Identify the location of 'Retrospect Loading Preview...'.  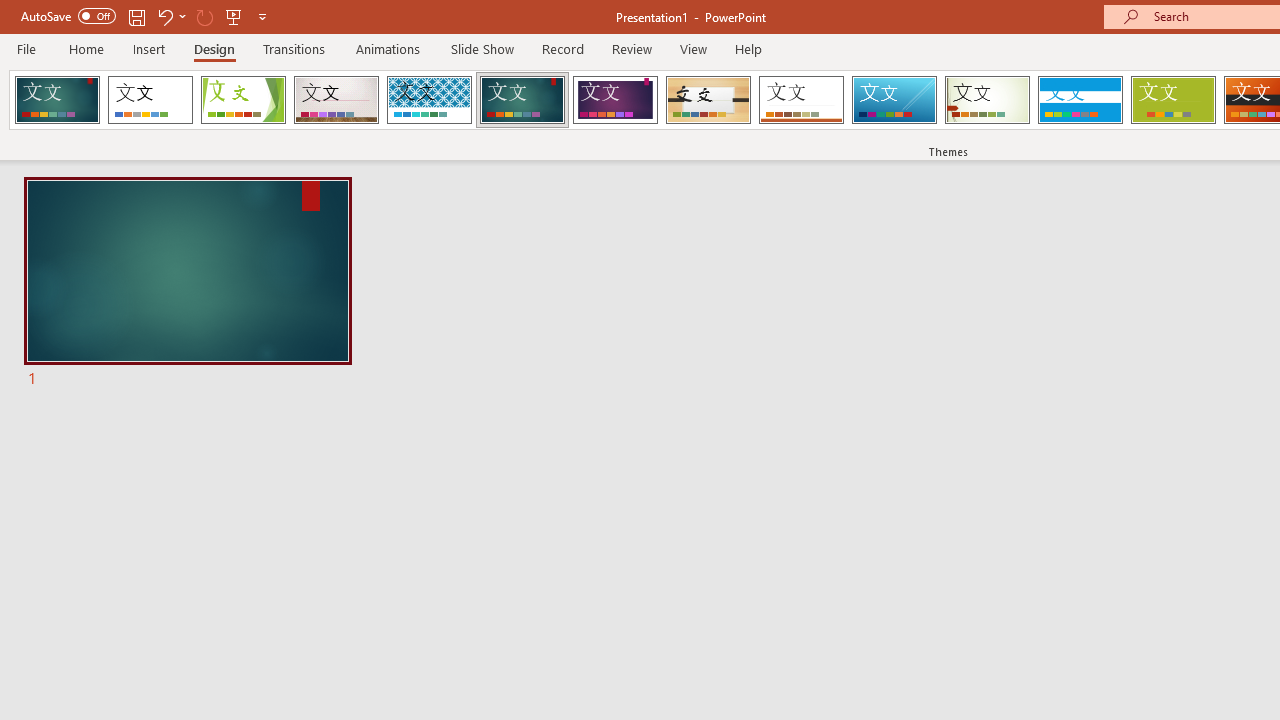
(801, 100).